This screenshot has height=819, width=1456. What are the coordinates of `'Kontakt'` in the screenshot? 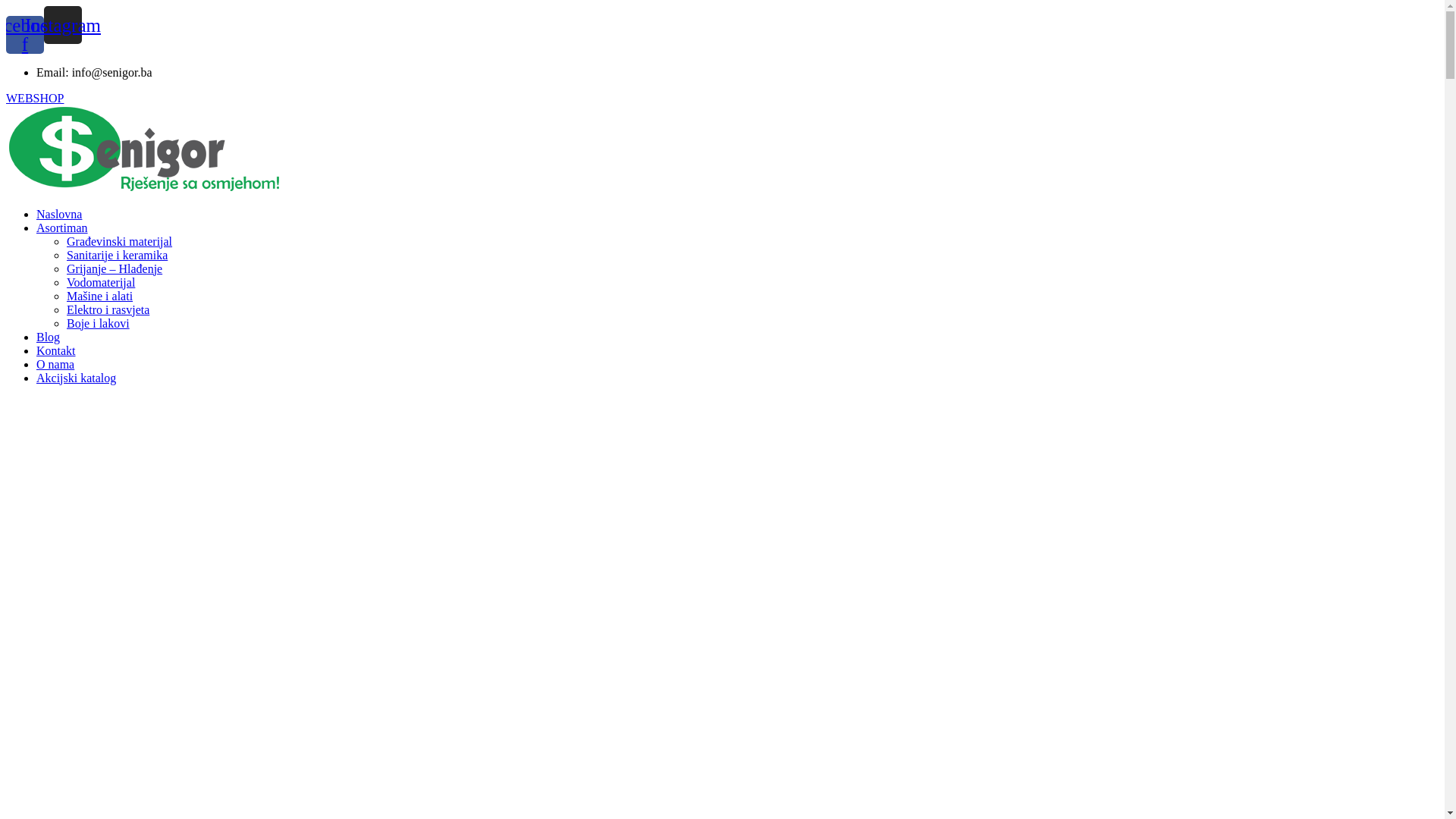 It's located at (55, 350).